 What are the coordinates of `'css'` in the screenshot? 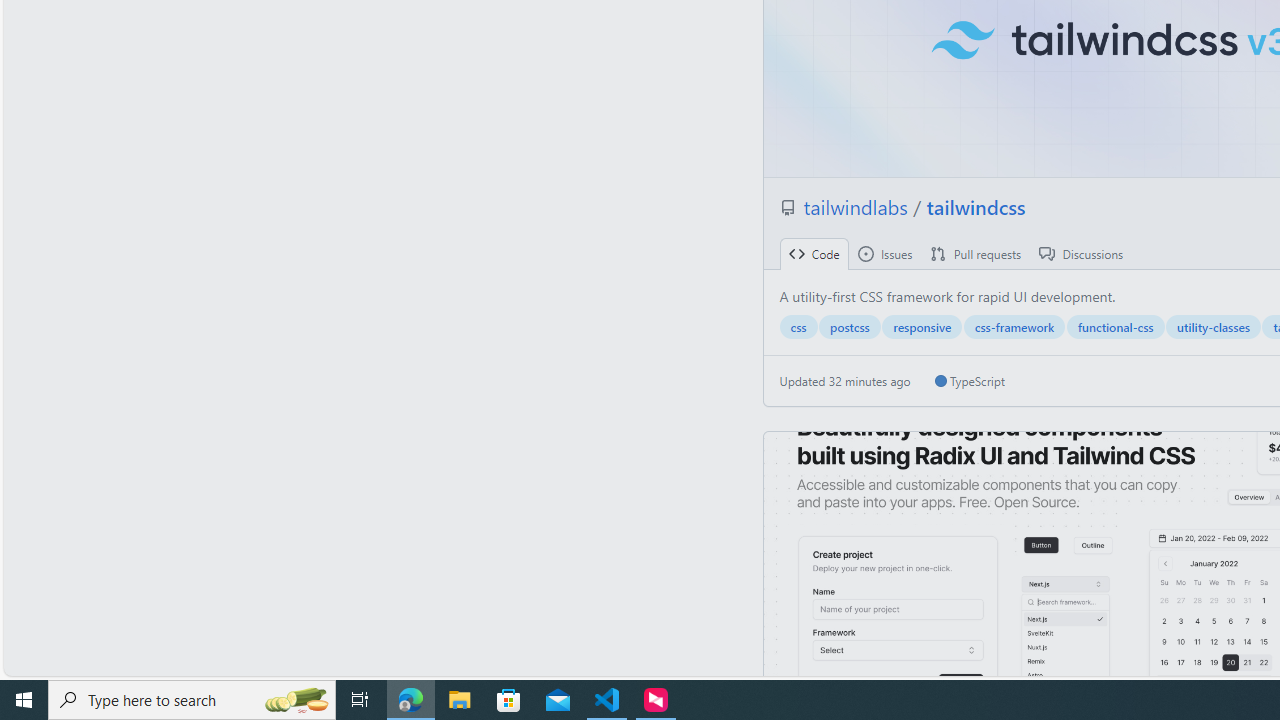 It's located at (797, 326).